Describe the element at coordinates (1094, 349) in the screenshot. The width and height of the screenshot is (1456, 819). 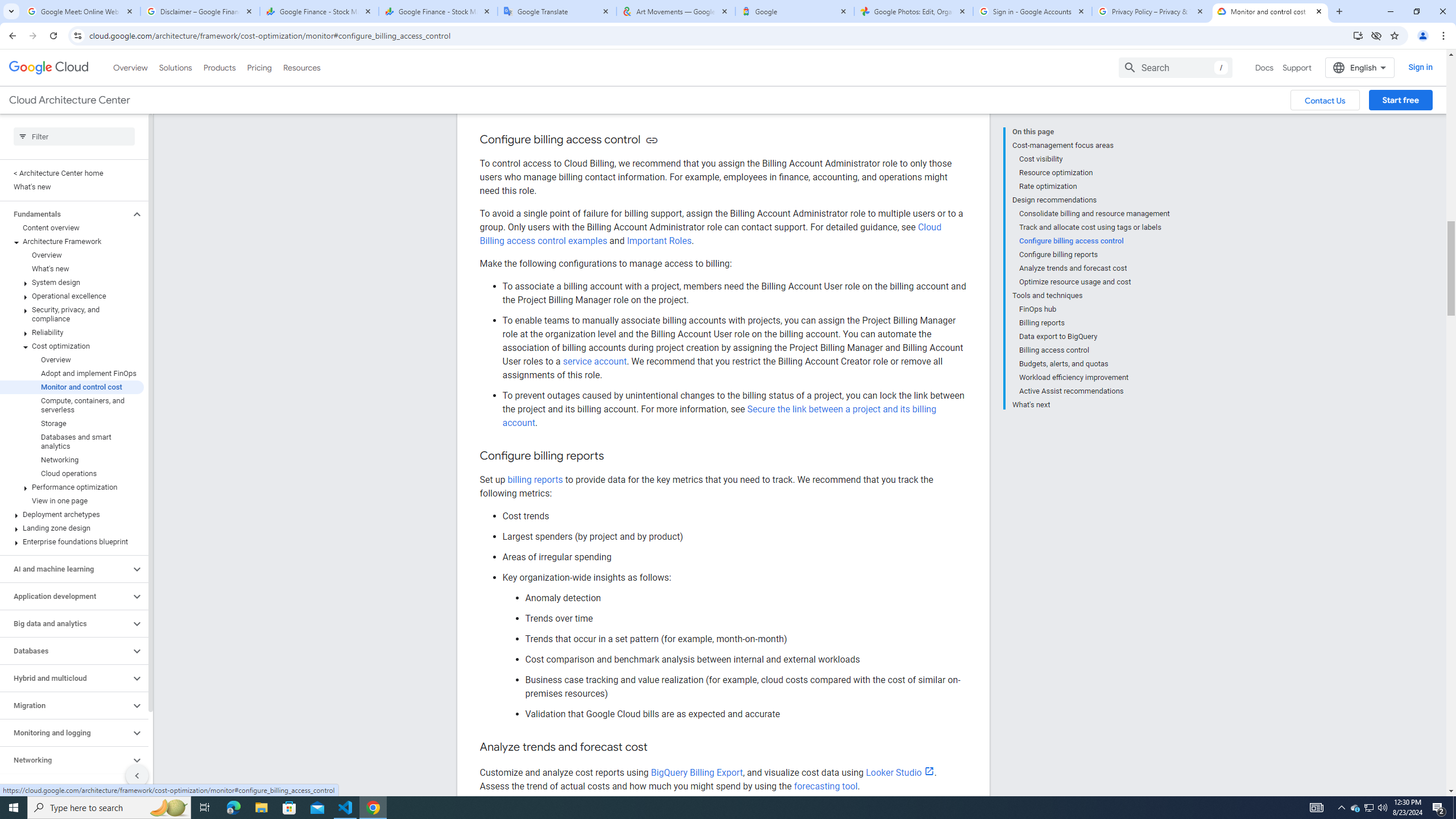
I see `'Billing access control'` at that location.